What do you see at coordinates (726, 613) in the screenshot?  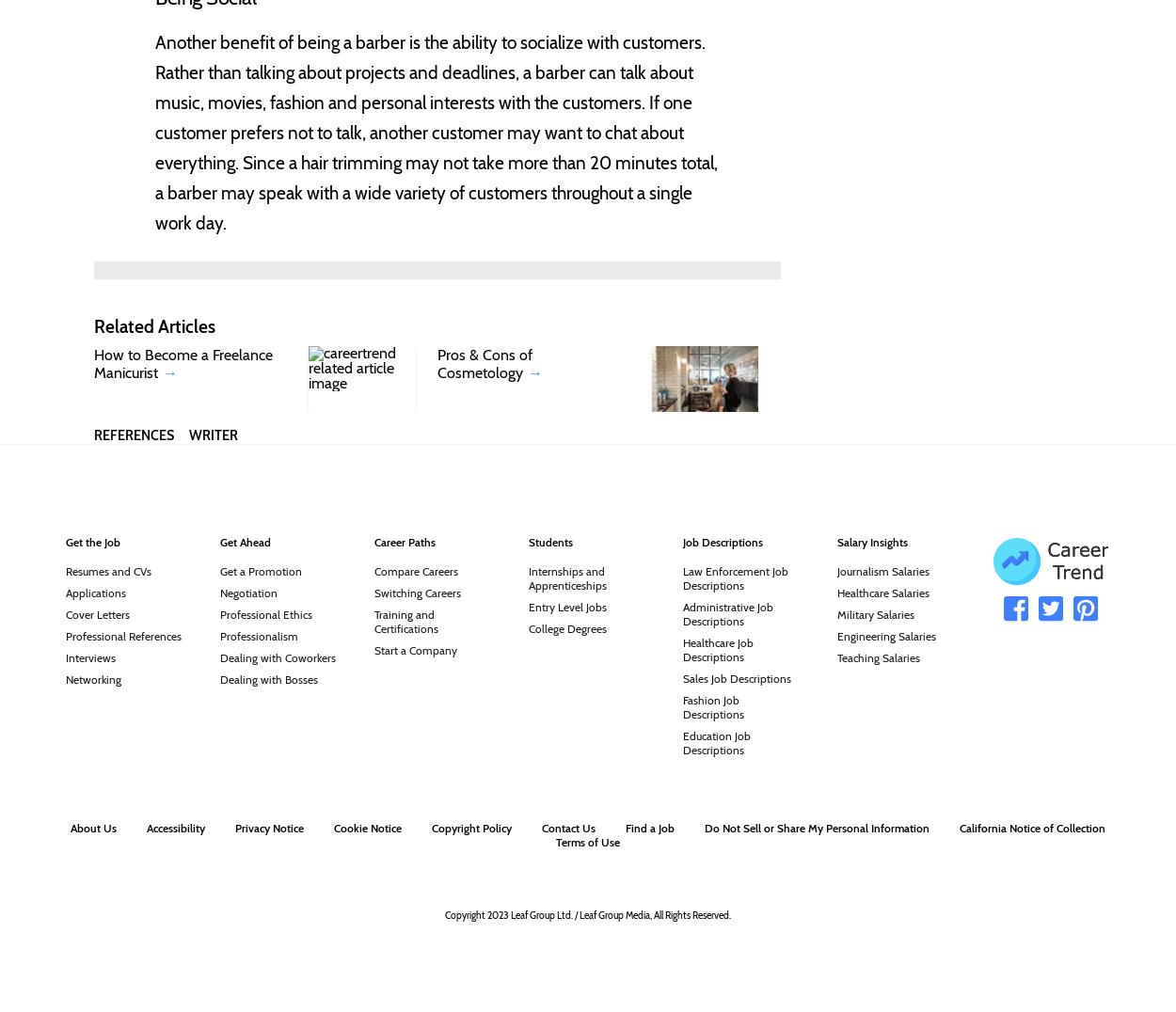 I see `'Administrative Job Descriptions'` at bounding box center [726, 613].